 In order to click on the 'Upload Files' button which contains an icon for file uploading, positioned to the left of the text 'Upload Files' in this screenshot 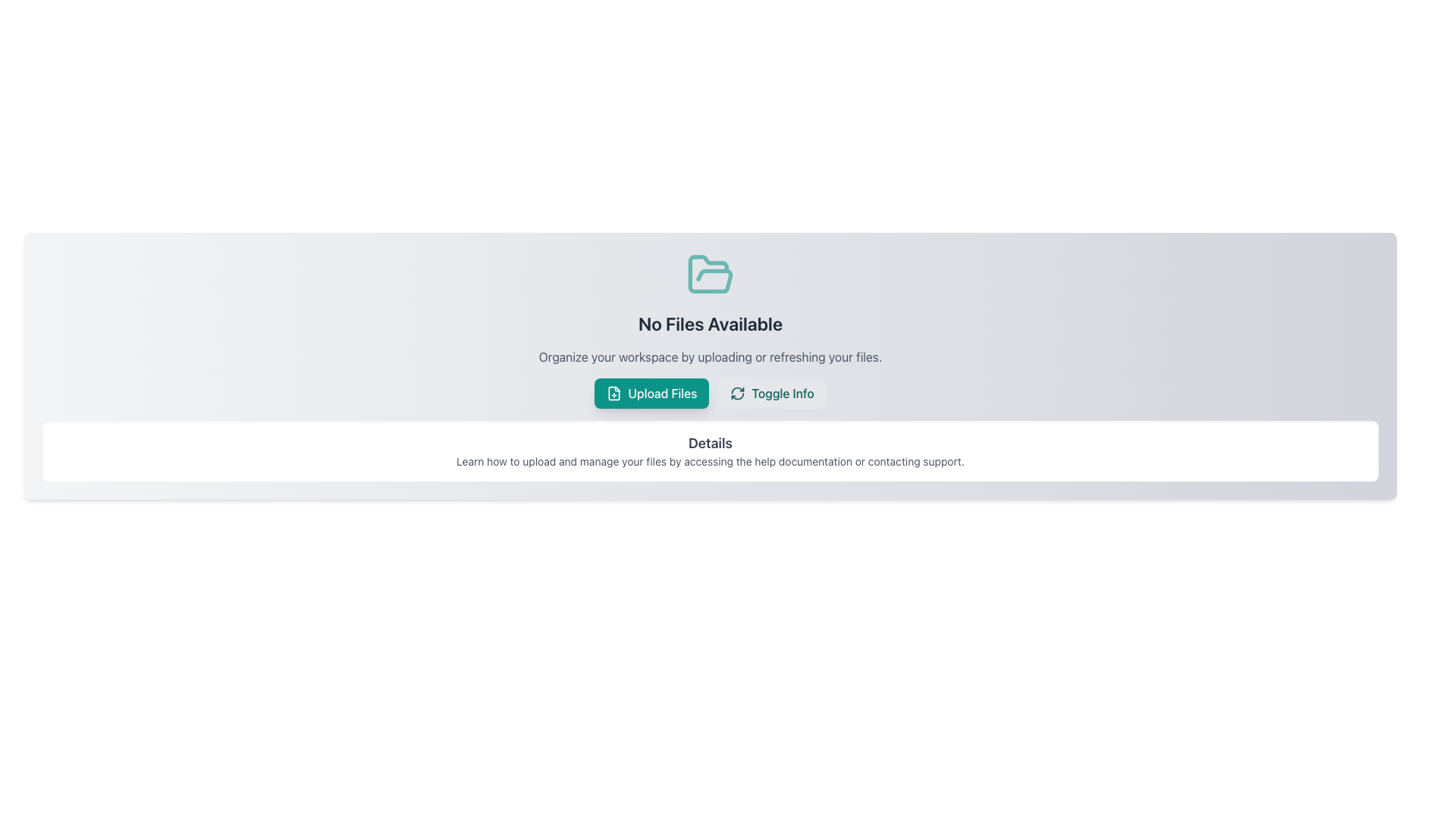, I will do `click(614, 393)`.